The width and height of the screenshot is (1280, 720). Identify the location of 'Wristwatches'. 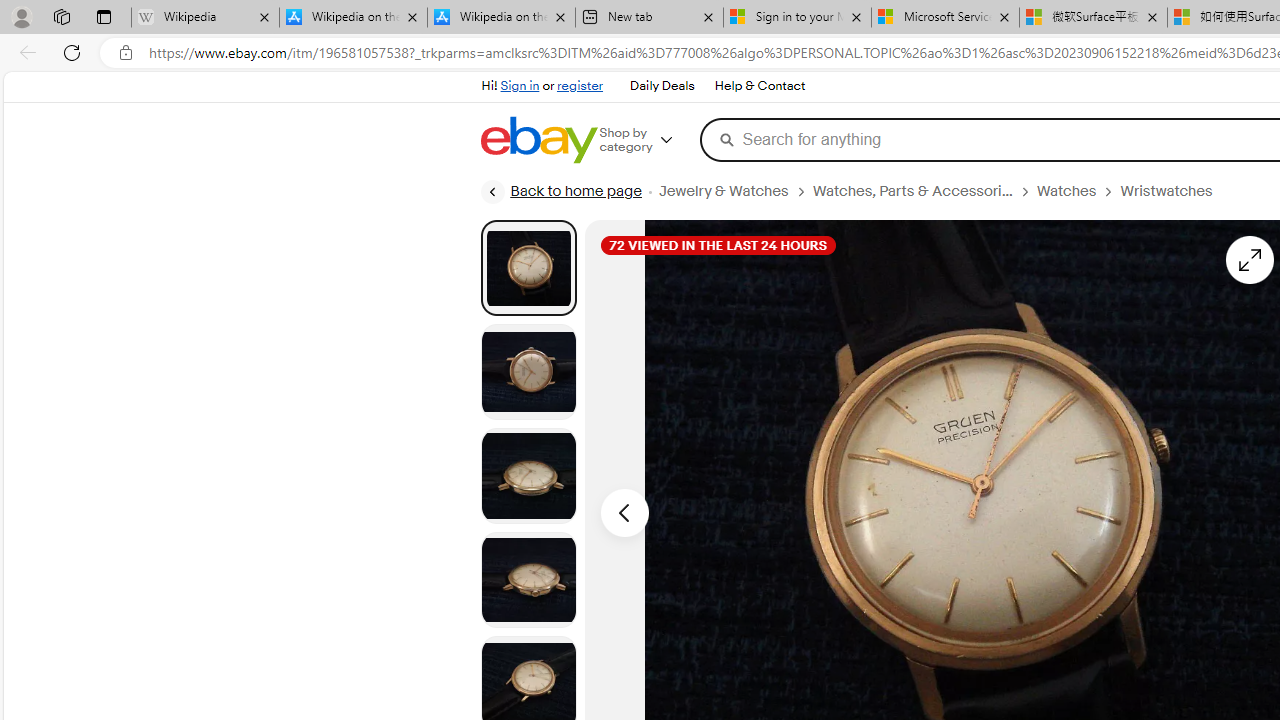
(1174, 191).